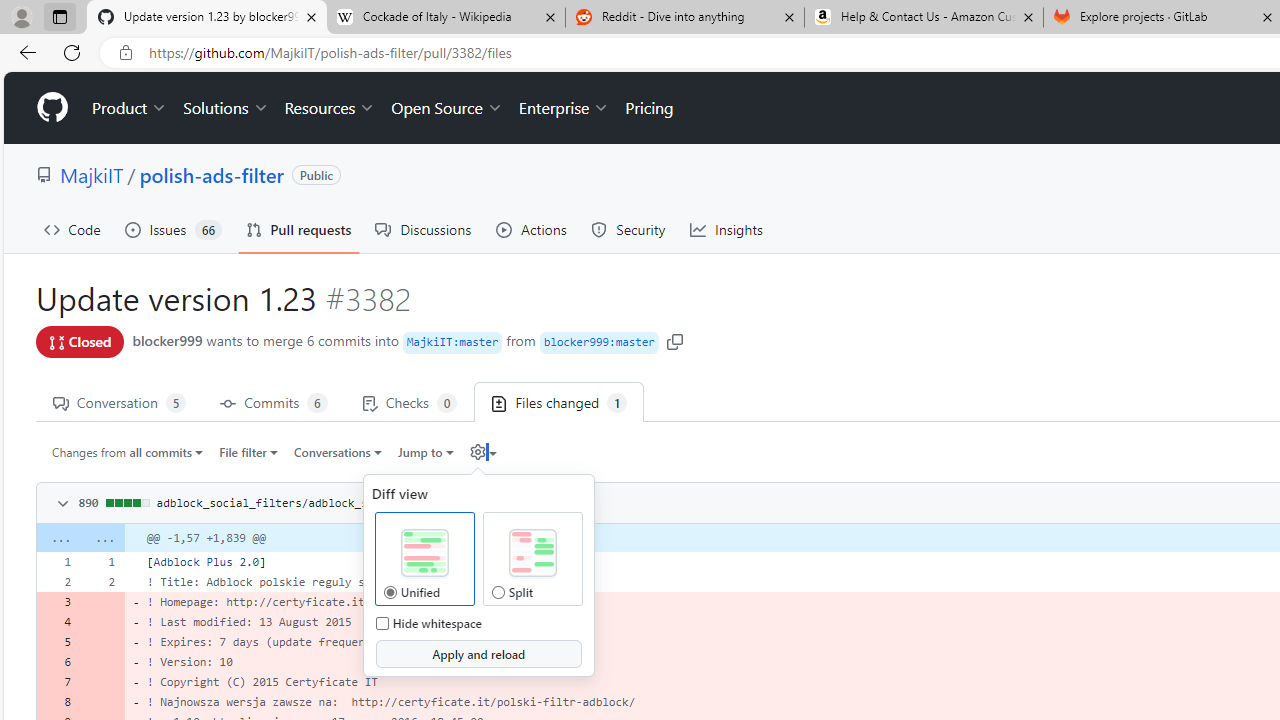 This screenshot has width=1280, height=720. I want to click on 'Unified Diff View Unified', so click(389, 590).